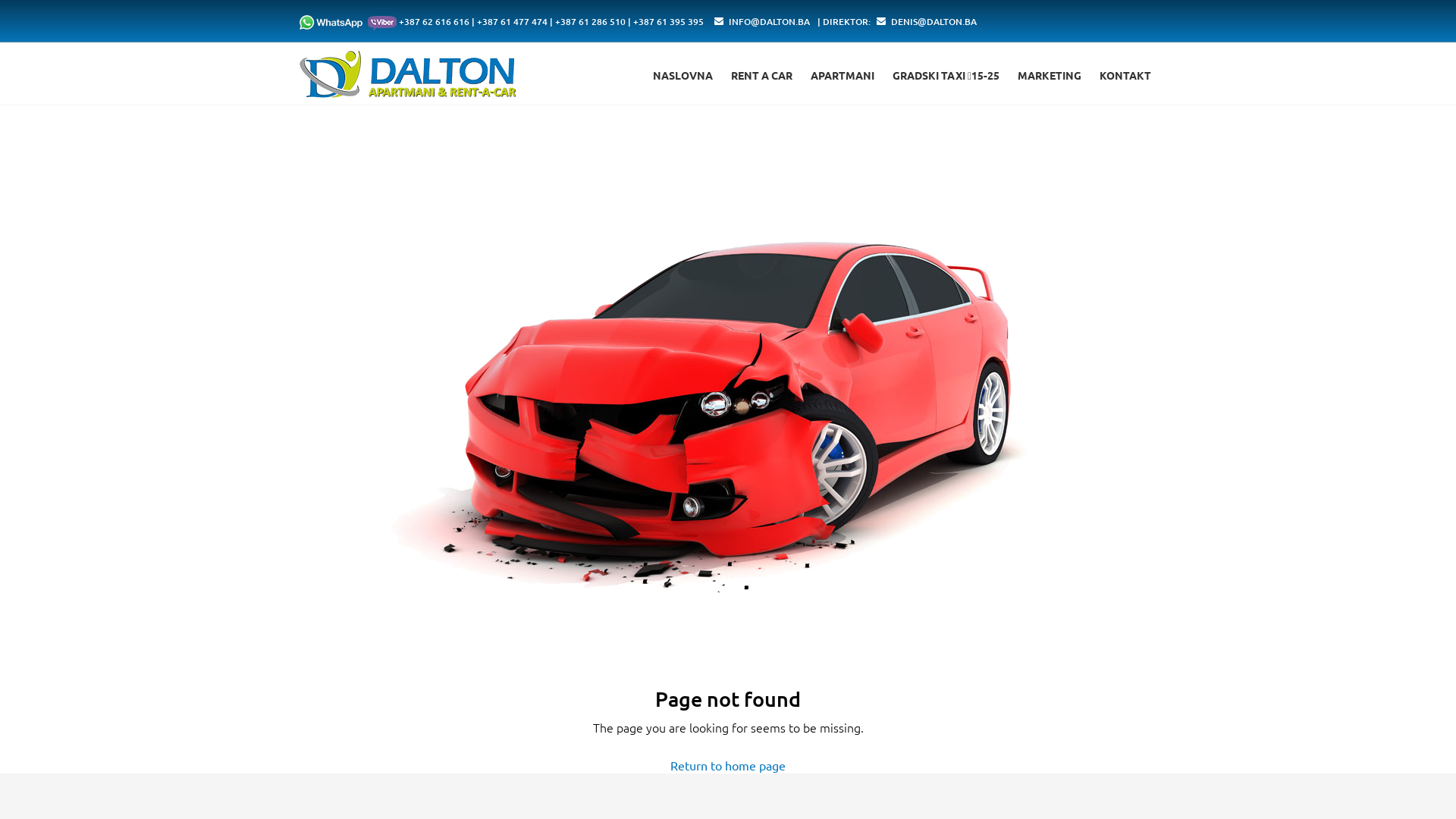 The width and height of the screenshot is (1456, 819). What do you see at coordinates (810, 75) in the screenshot?
I see `'APARTMANI'` at bounding box center [810, 75].